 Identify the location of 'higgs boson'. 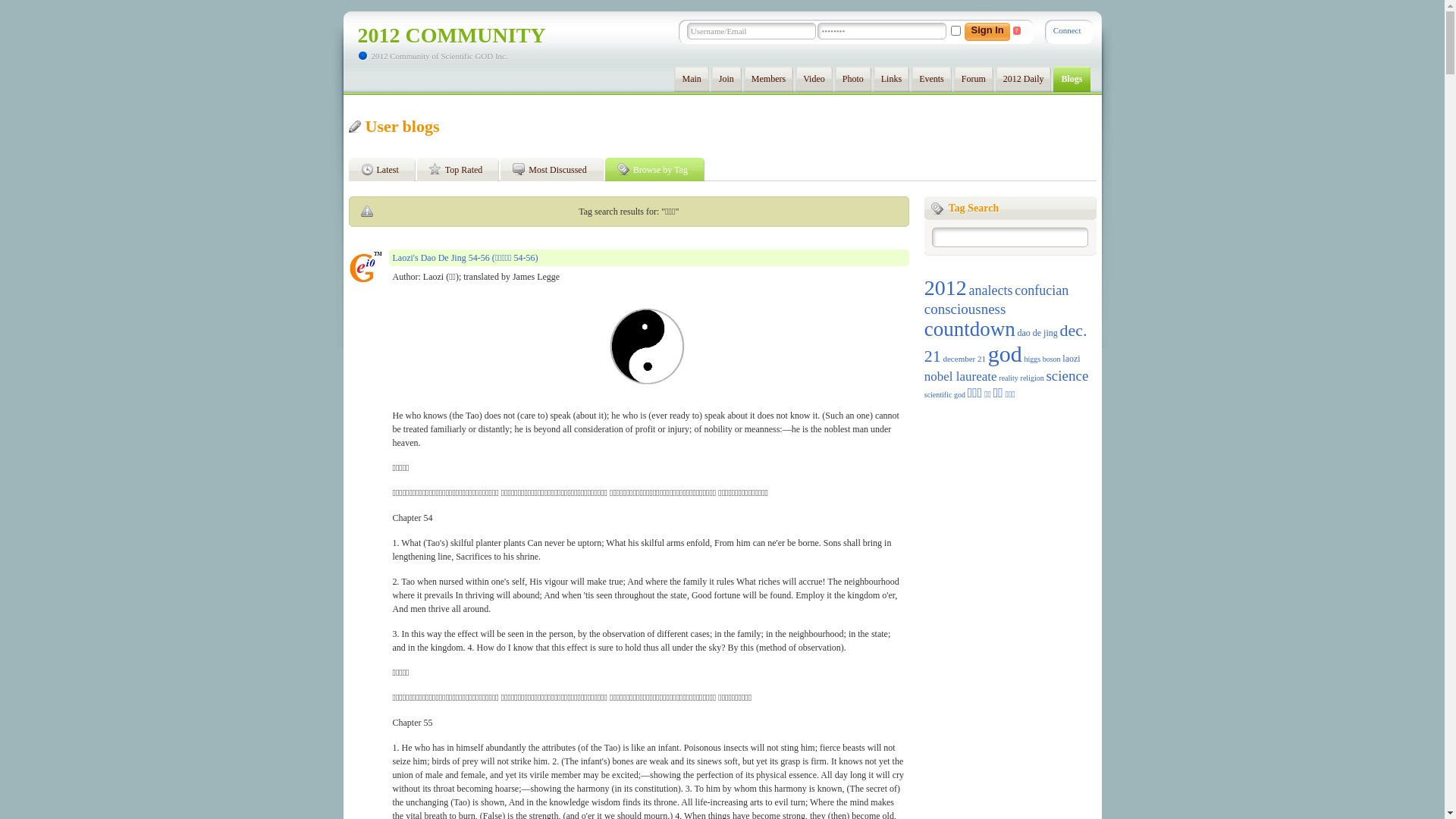
(1023, 359).